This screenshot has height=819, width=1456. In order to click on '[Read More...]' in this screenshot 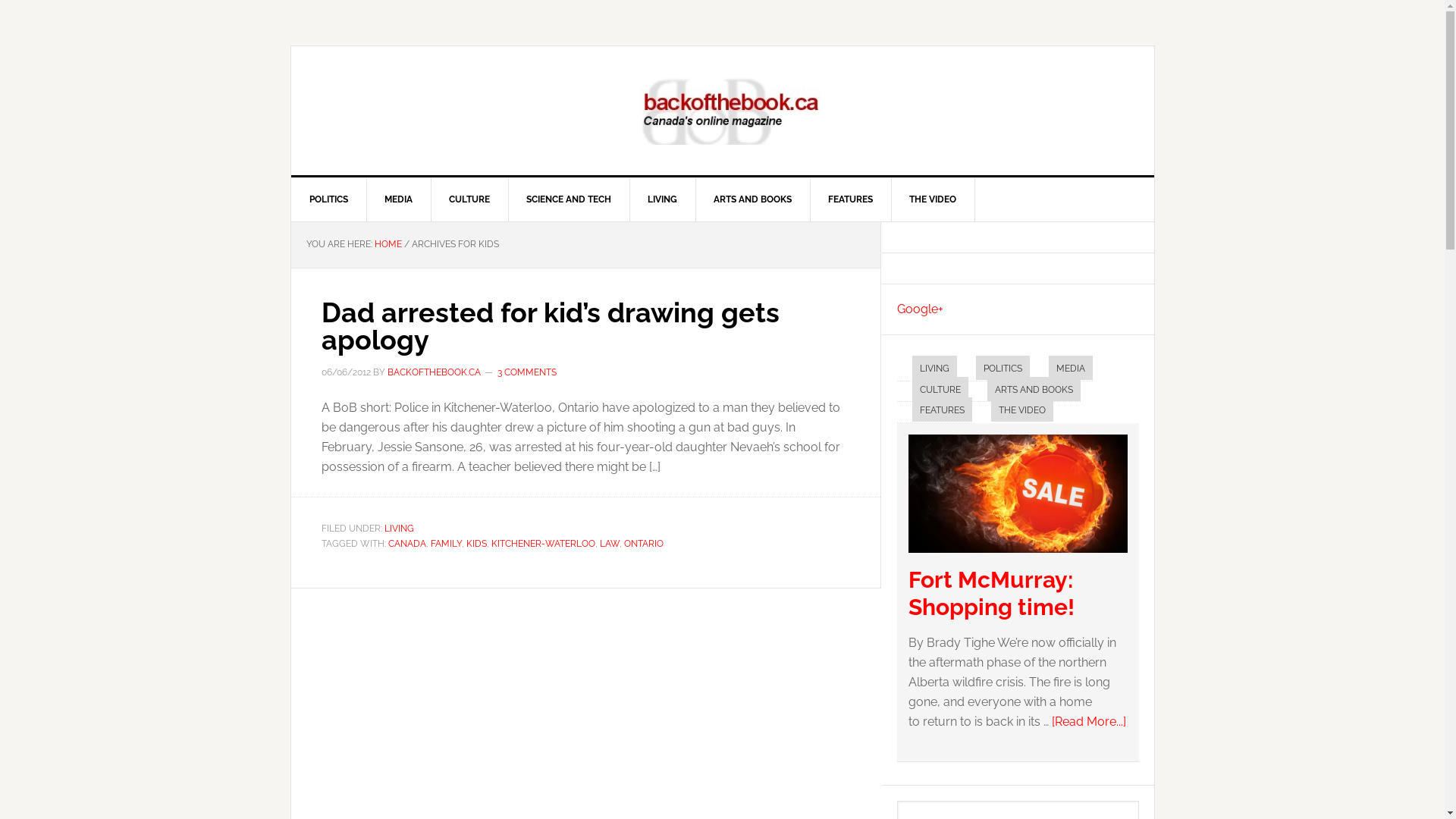, I will do `click(1087, 720)`.